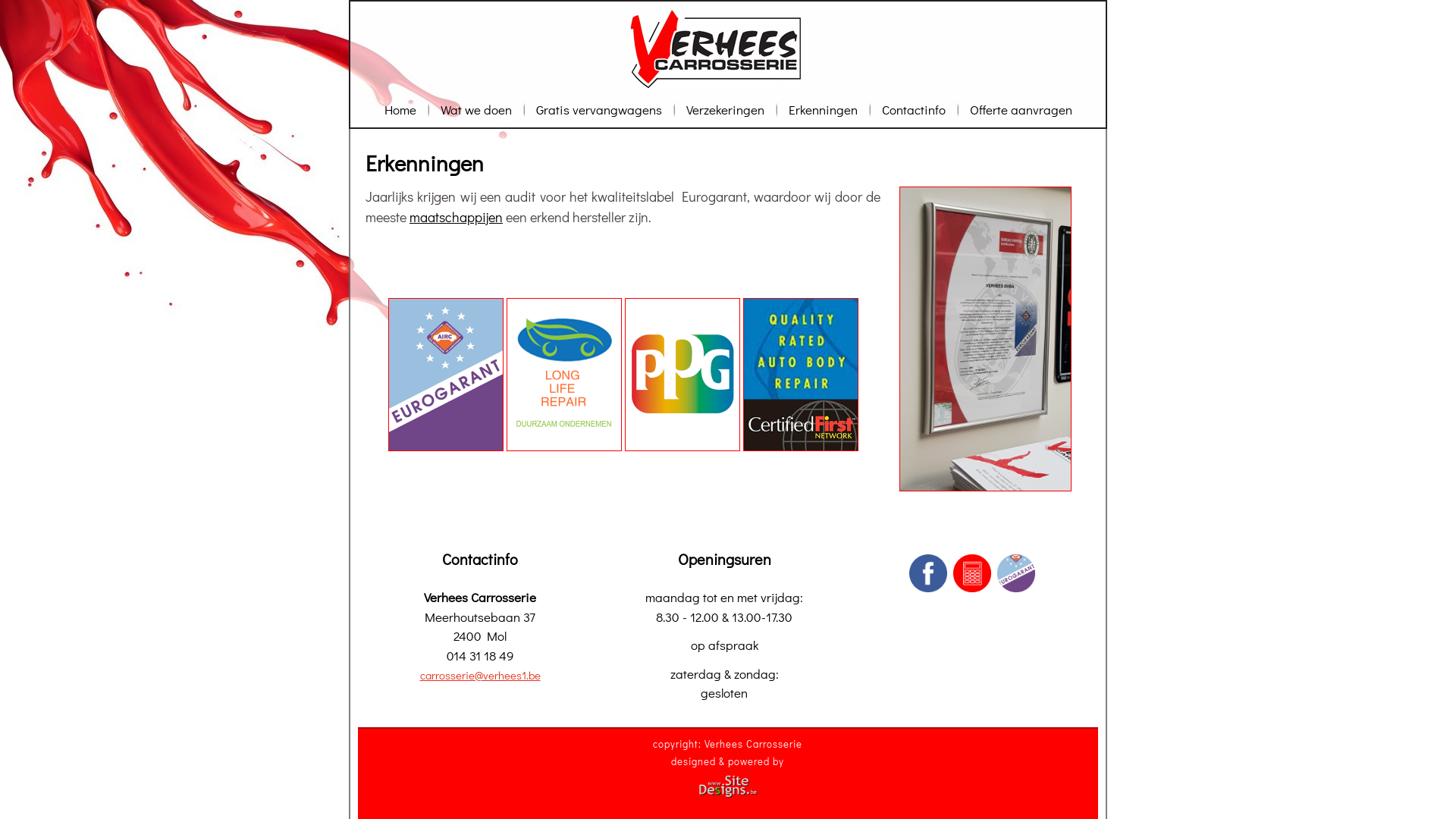 The width and height of the screenshot is (1456, 819). I want to click on 'Verzekeringen', so click(724, 108).